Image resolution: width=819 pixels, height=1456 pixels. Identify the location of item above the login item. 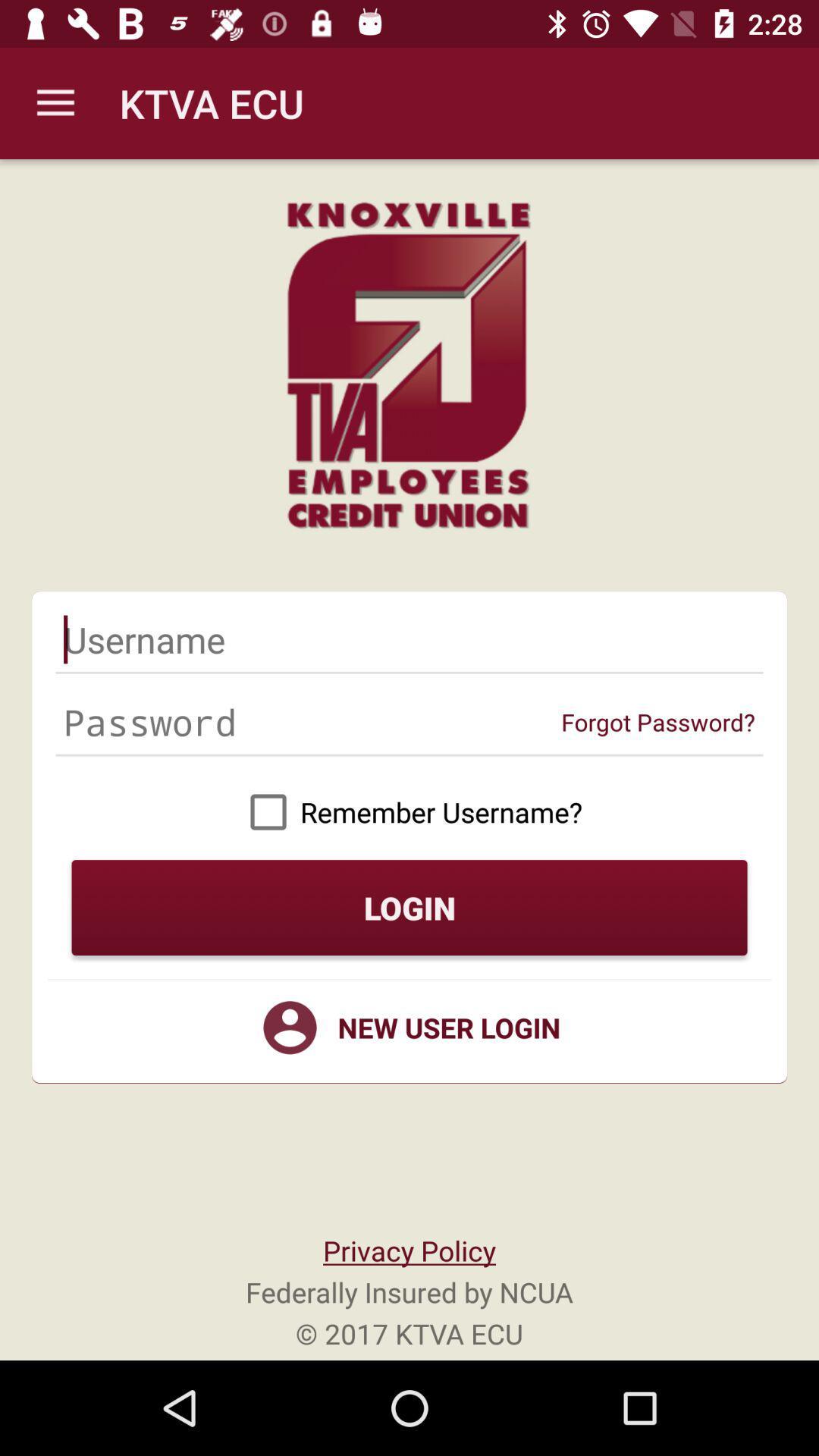
(409, 811).